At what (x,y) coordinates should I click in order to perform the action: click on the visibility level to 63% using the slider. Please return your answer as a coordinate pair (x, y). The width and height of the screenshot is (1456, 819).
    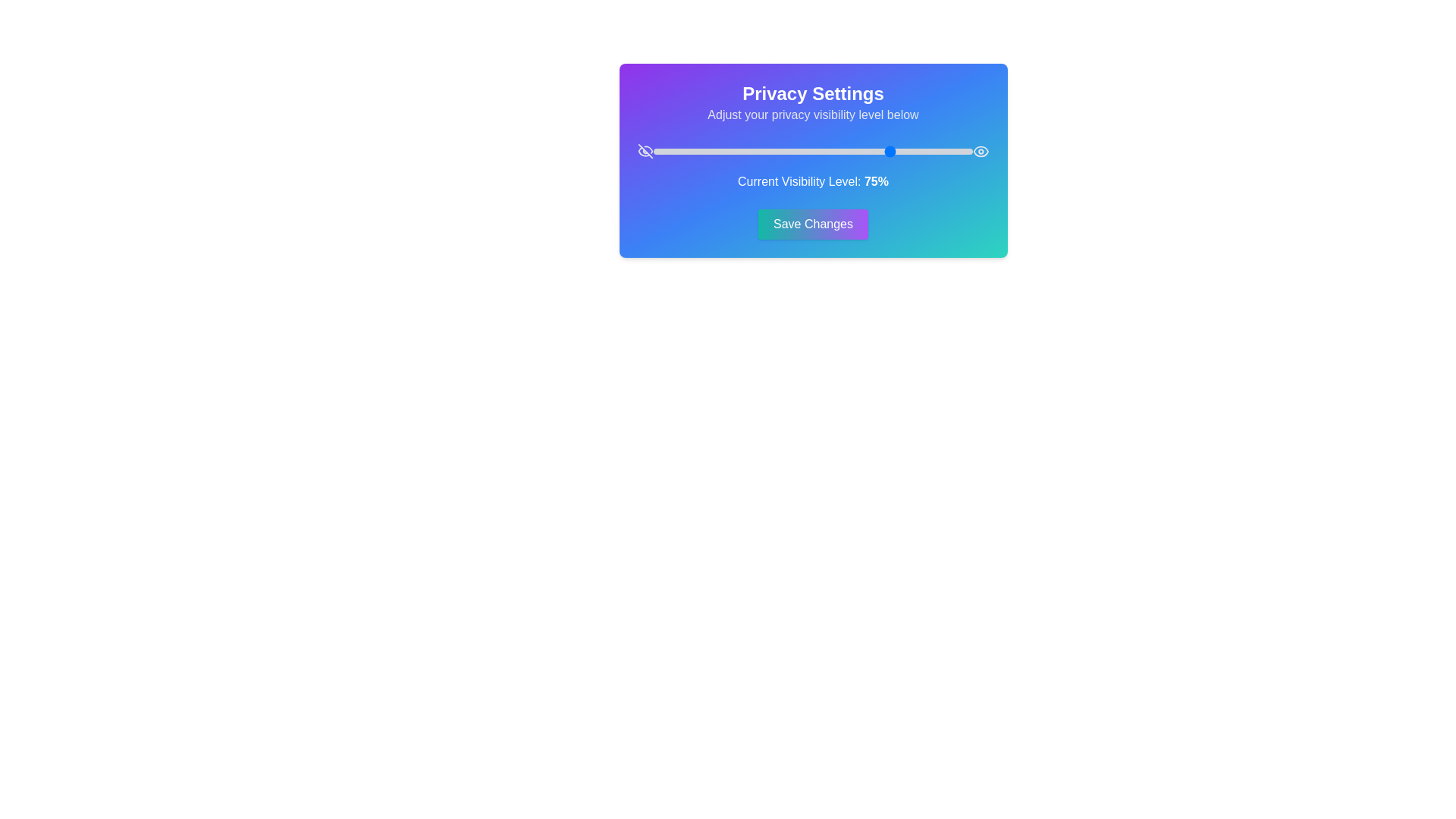
    Looking at the image, I should click on (855, 152).